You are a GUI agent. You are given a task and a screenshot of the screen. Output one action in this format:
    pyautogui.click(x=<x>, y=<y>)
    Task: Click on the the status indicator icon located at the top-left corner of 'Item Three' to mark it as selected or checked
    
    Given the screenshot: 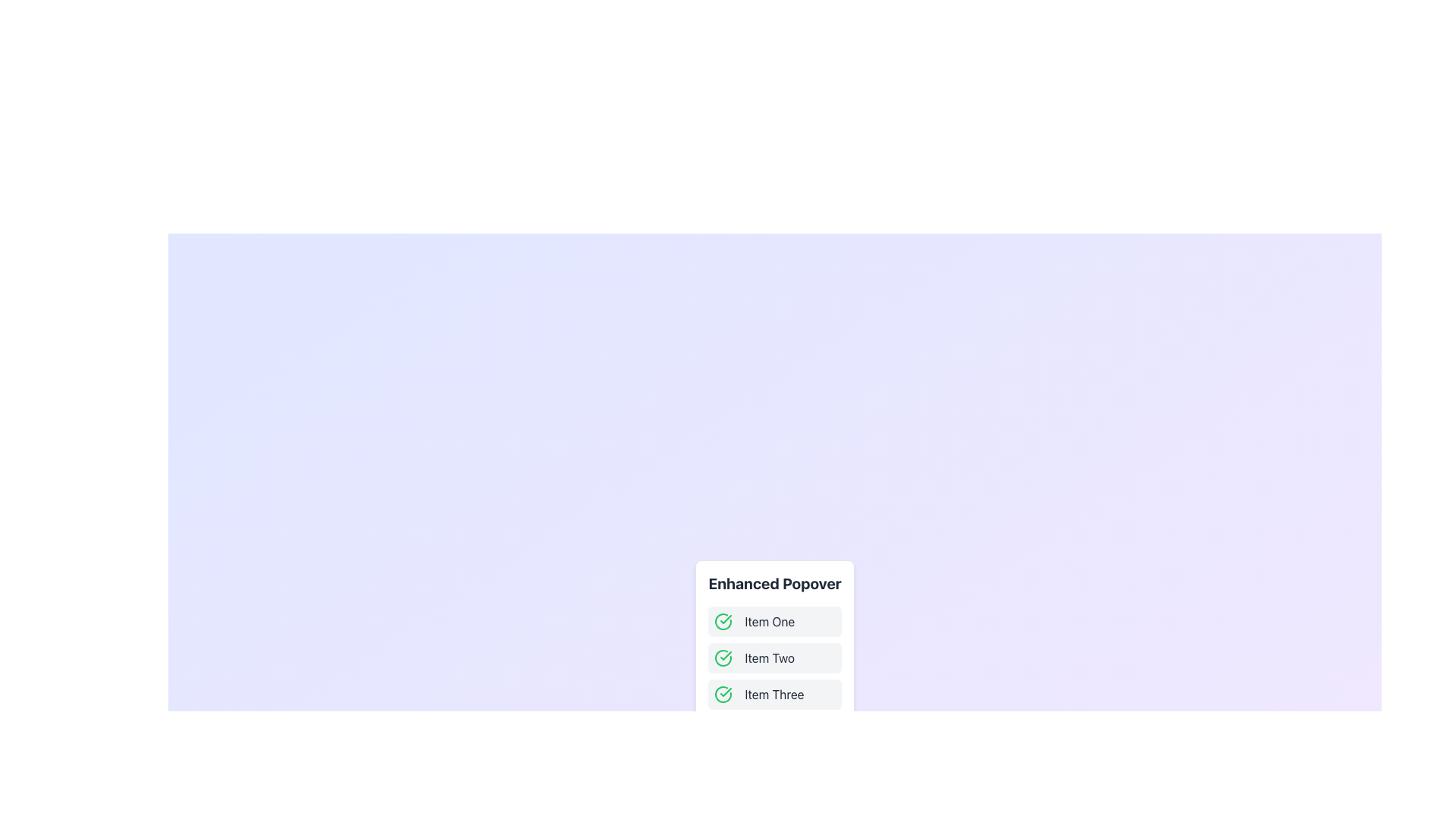 What is the action you would take?
    pyautogui.click(x=723, y=694)
    